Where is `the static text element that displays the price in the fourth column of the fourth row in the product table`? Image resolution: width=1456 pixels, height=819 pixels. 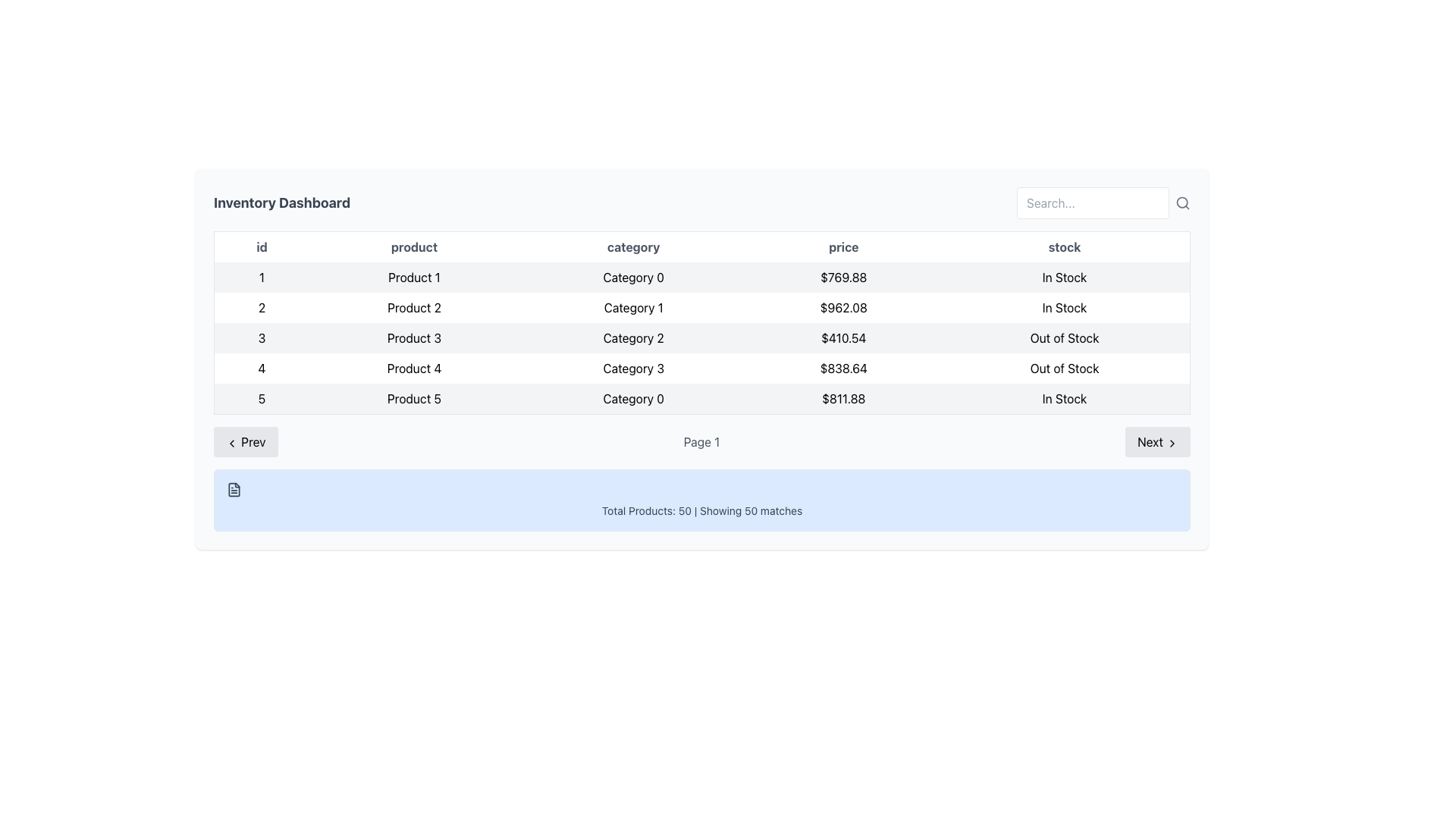 the static text element that displays the price in the fourth column of the fourth row in the product table is located at coordinates (843, 369).